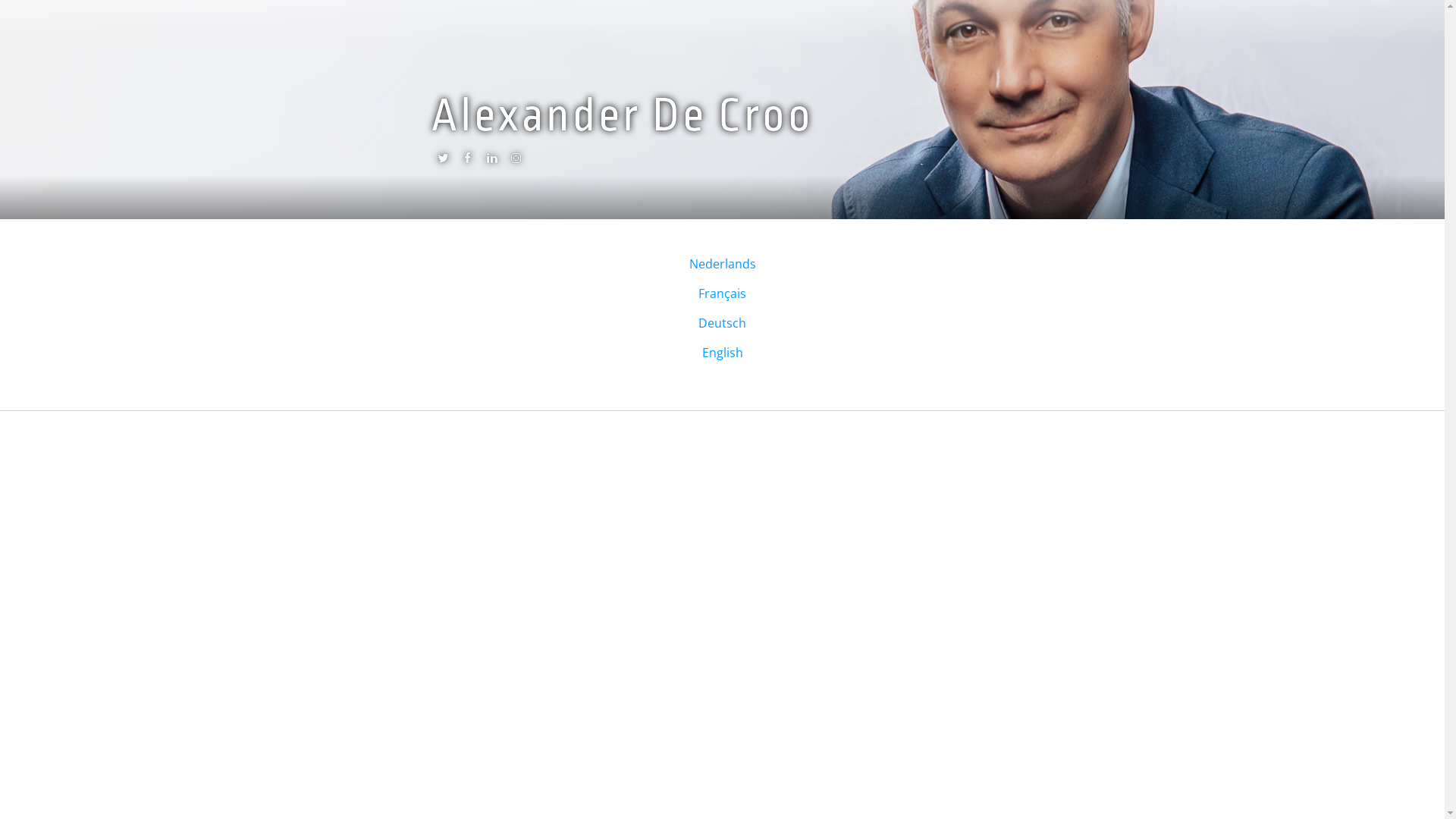  What do you see at coordinates (722, 353) in the screenshot?
I see `'English'` at bounding box center [722, 353].